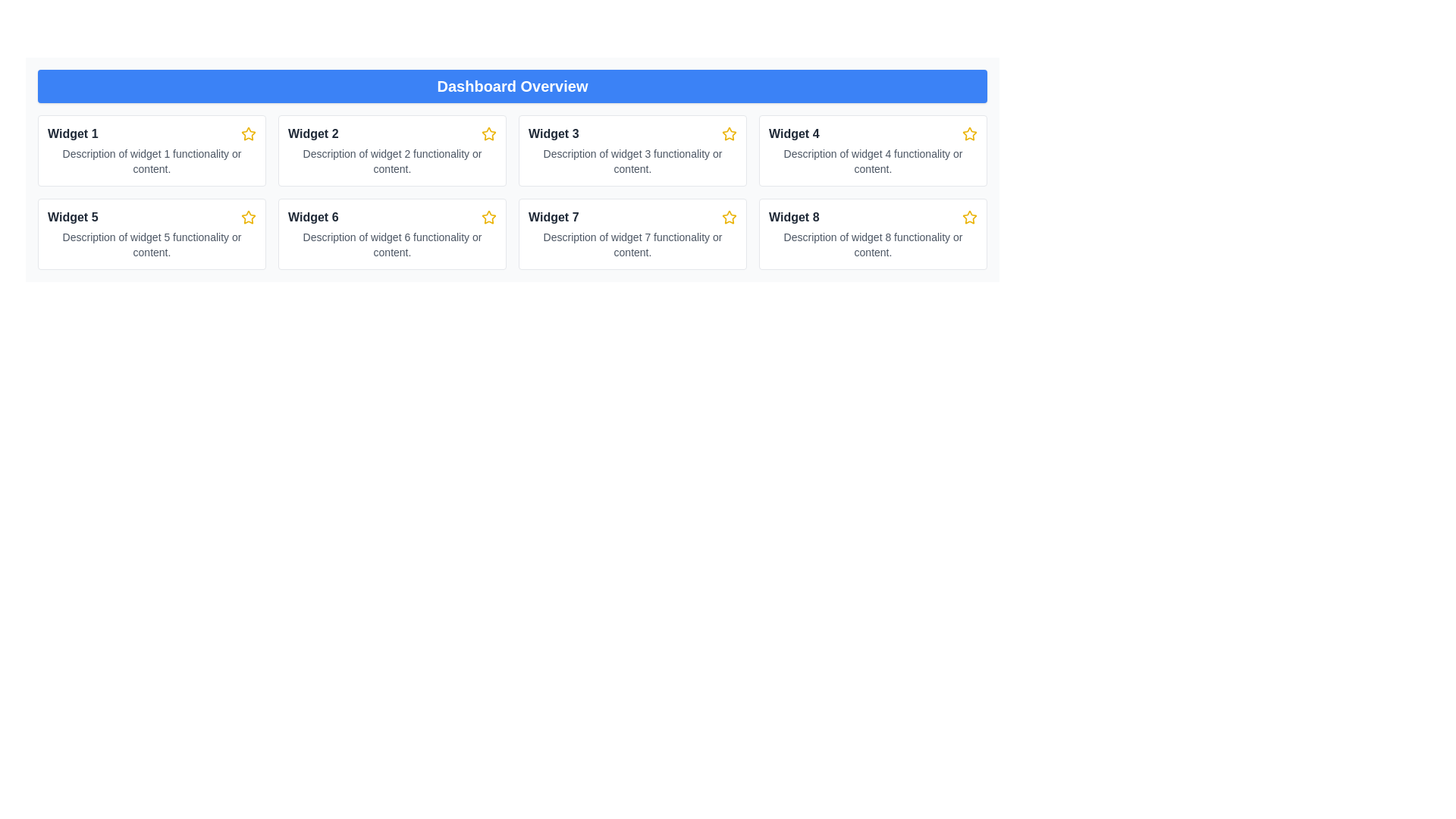  I want to click on the star icon indicating the favorite status for 'Widget 3', so click(729, 133).